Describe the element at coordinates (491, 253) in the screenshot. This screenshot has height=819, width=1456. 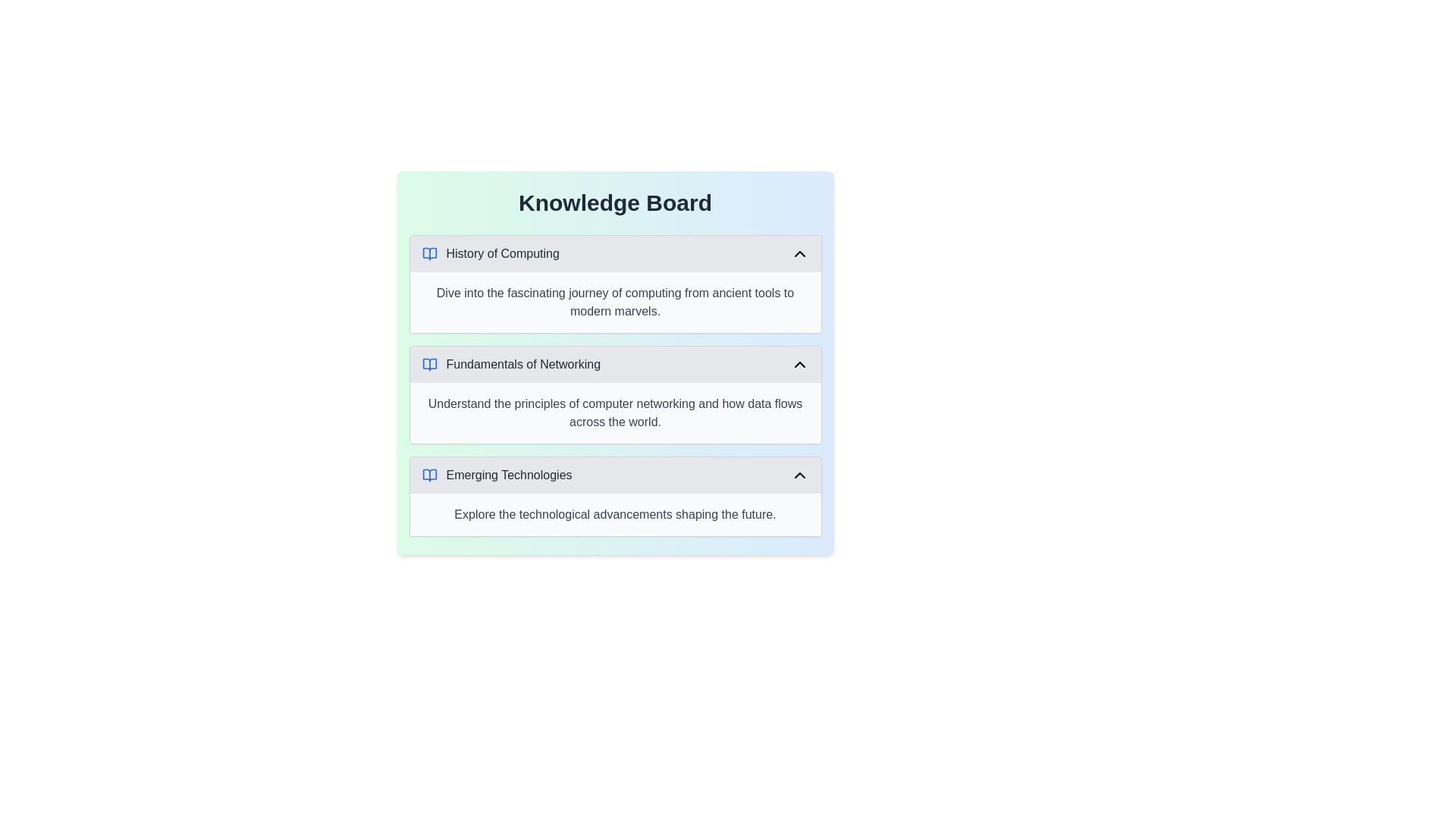
I see `the 'History of Computing' label with a book icon, located at the top of the 'Knowledge Board' section` at that location.